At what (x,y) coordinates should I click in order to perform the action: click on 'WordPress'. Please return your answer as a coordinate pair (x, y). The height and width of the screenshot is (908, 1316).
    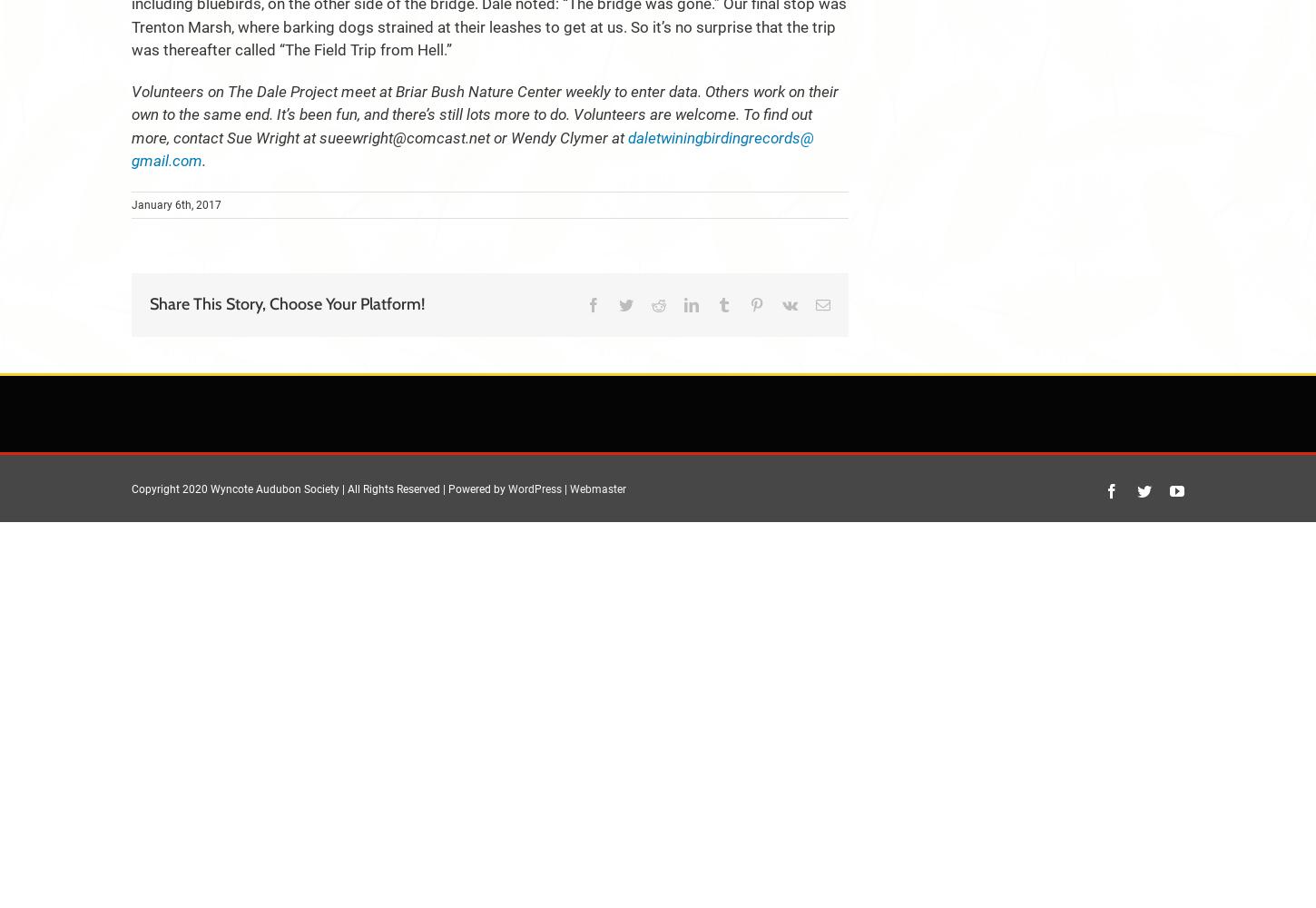
    Looking at the image, I should click on (535, 489).